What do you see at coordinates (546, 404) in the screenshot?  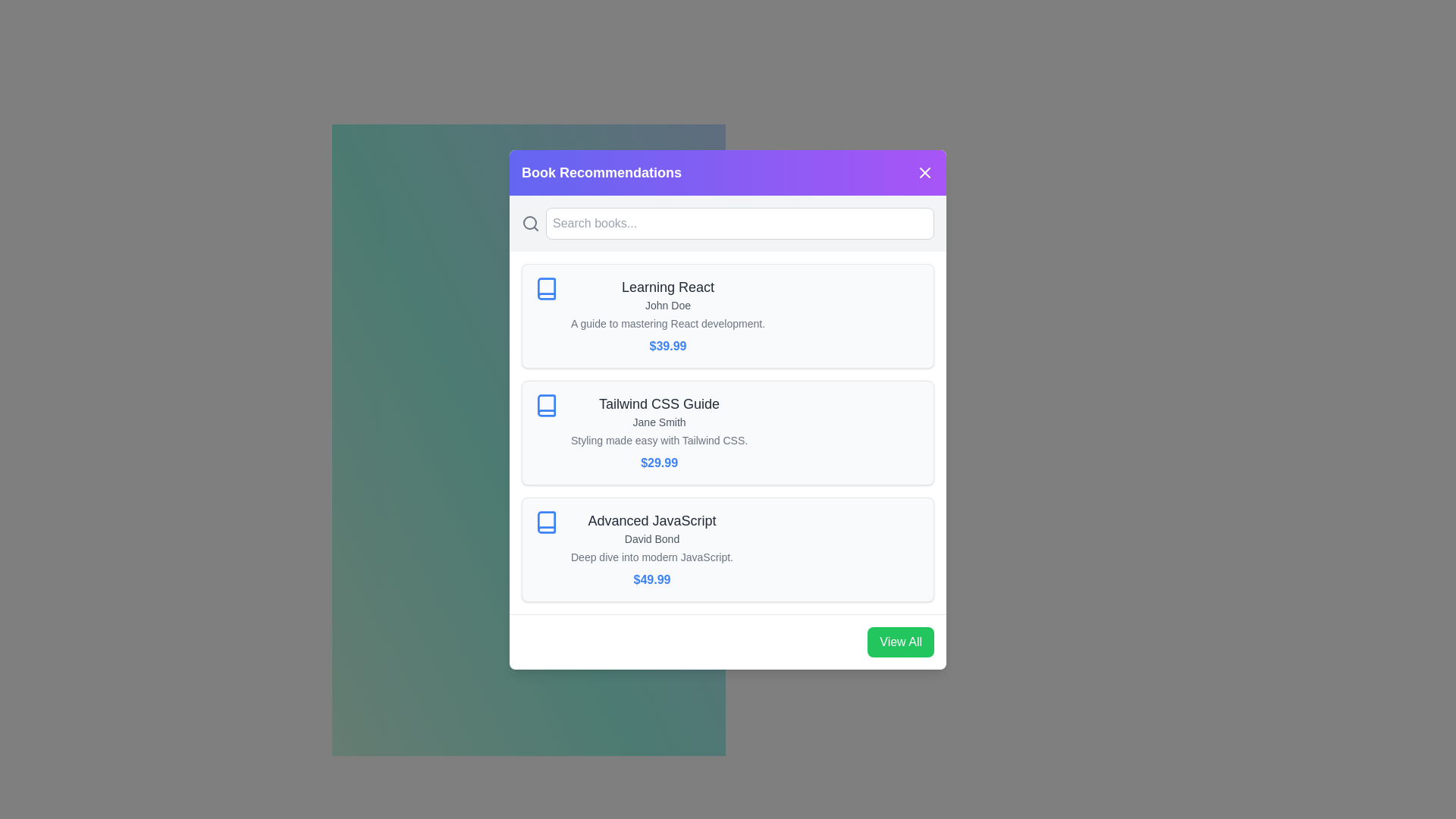 I see `the decorative icon representing the book for 'Tailwind CSS Guide' located at the leftmost side of the book item` at bounding box center [546, 404].